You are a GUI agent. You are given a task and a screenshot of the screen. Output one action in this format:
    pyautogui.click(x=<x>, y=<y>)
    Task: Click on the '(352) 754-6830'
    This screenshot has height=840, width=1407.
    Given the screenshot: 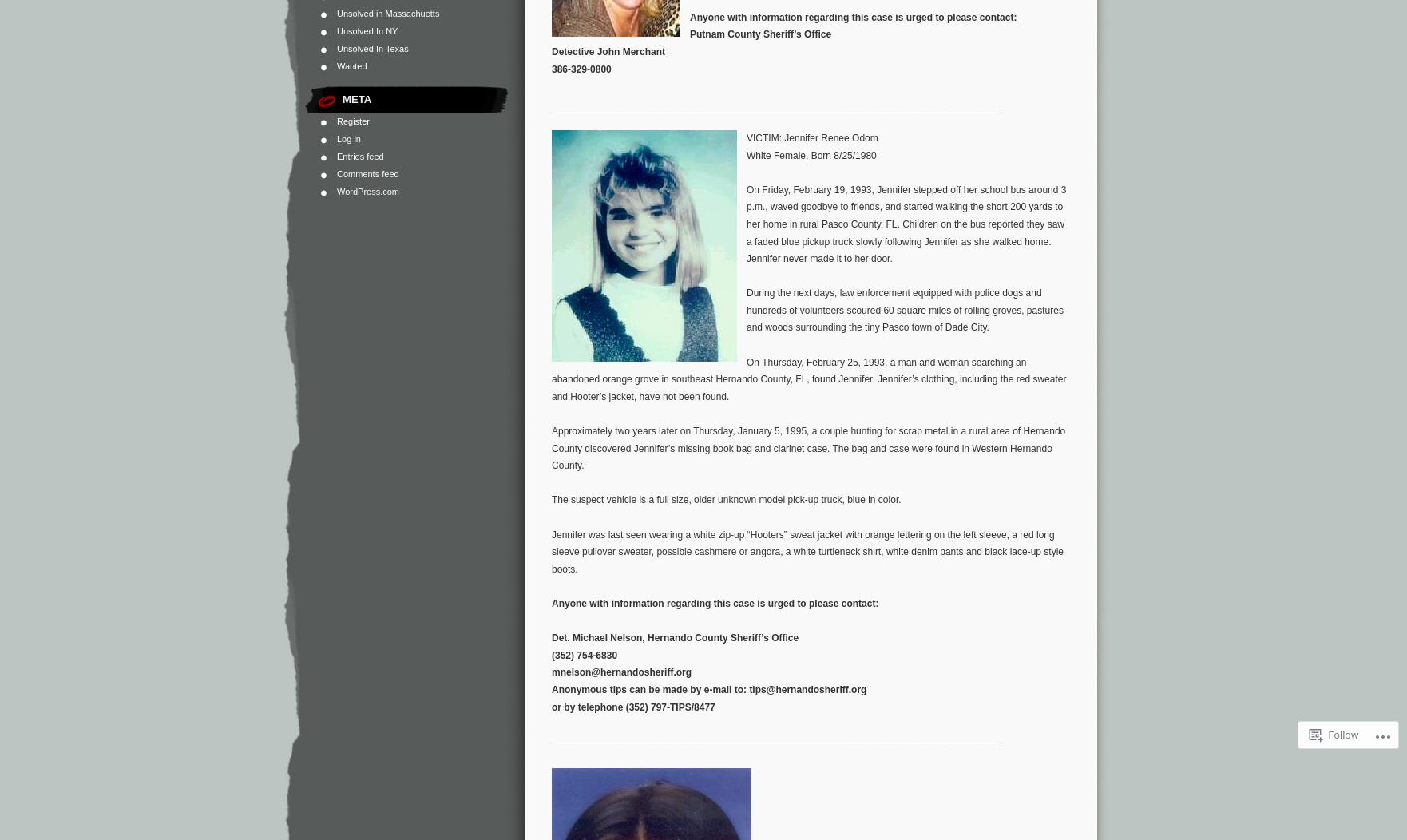 What is the action you would take?
    pyautogui.click(x=583, y=655)
    